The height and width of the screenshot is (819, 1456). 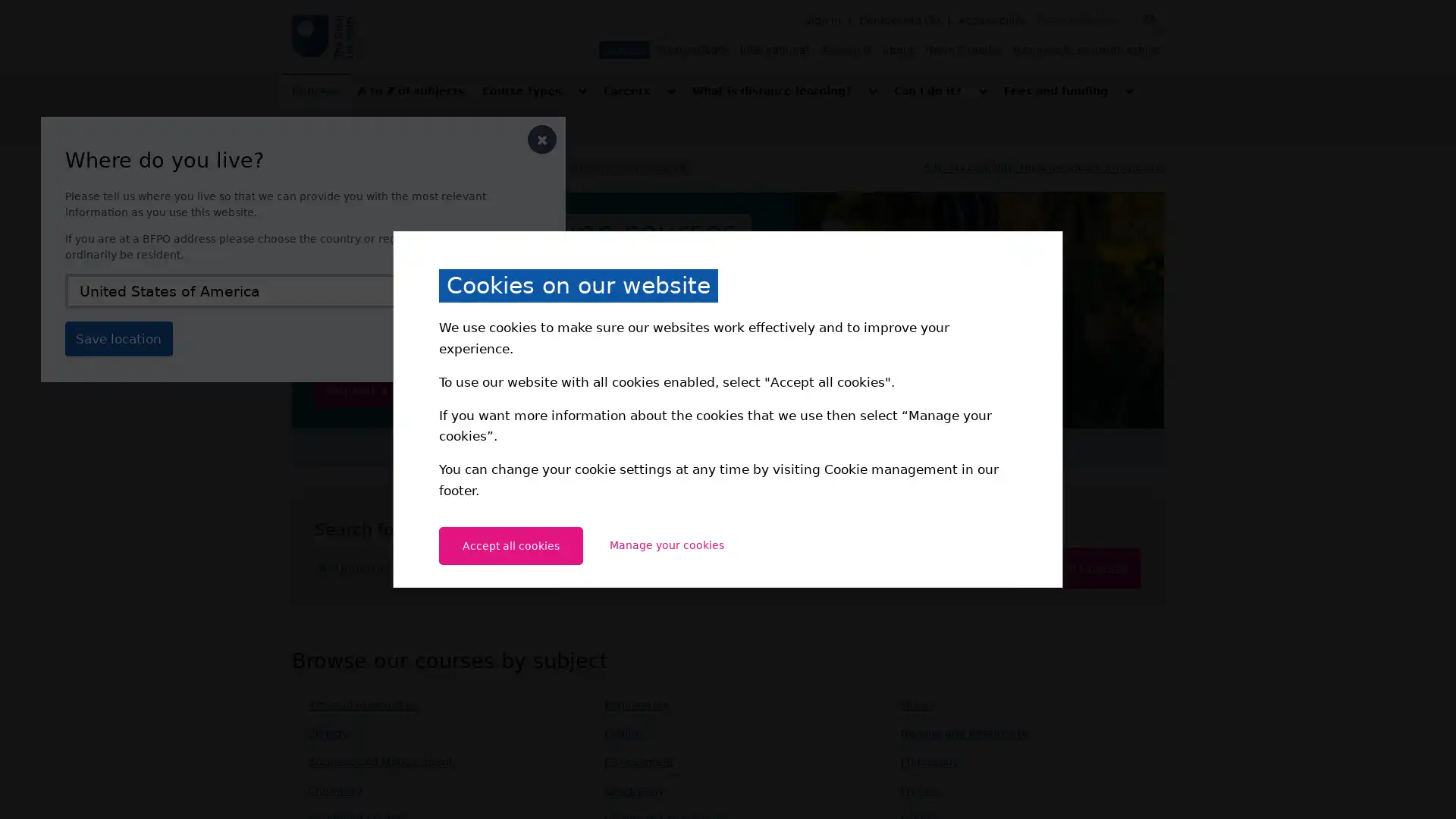 What do you see at coordinates (542, 140) in the screenshot?
I see `Close modal` at bounding box center [542, 140].